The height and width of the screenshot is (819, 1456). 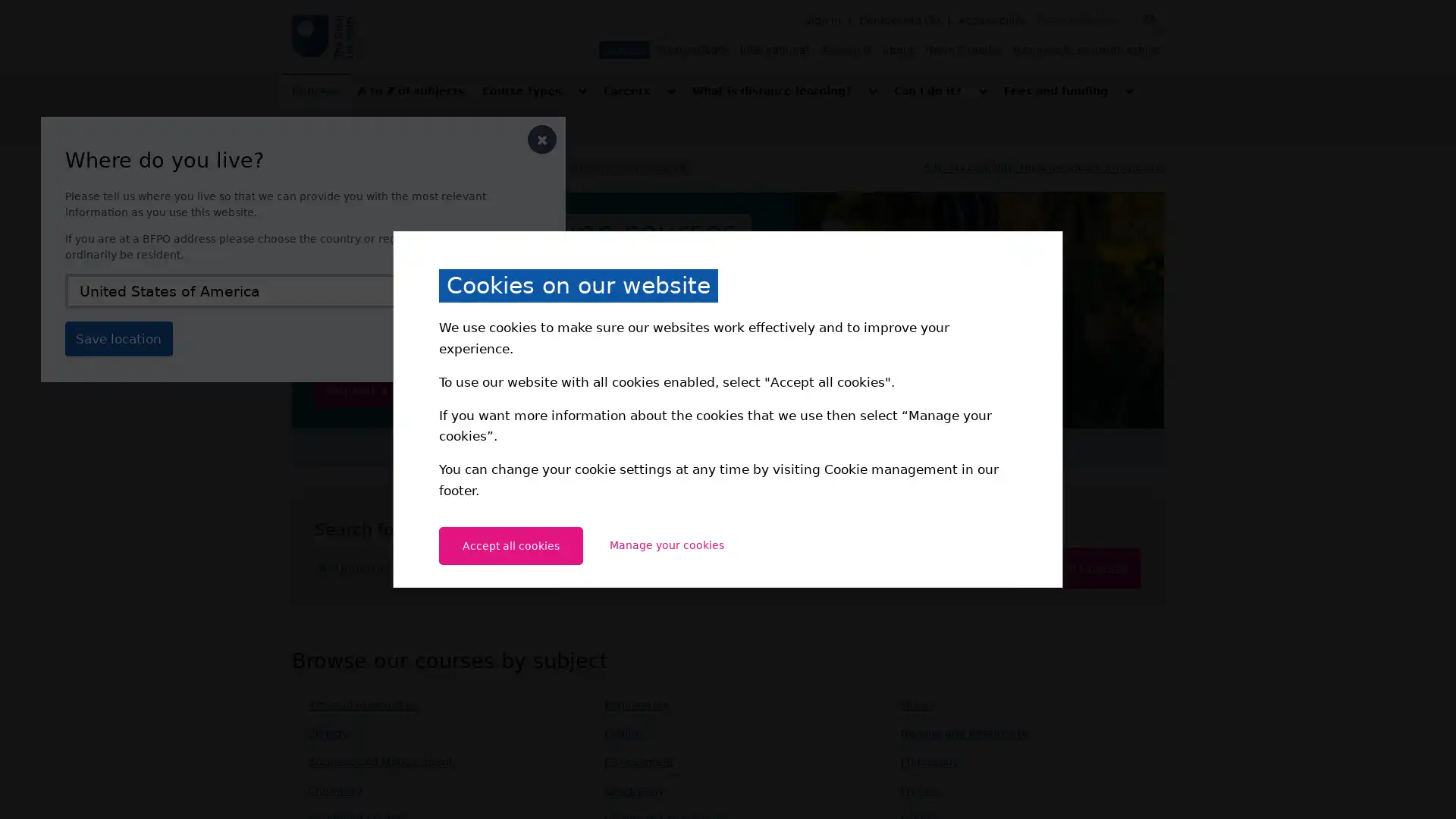 What do you see at coordinates (542, 140) in the screenshot?
I see `Close modal` at bounding box center [542, 140].